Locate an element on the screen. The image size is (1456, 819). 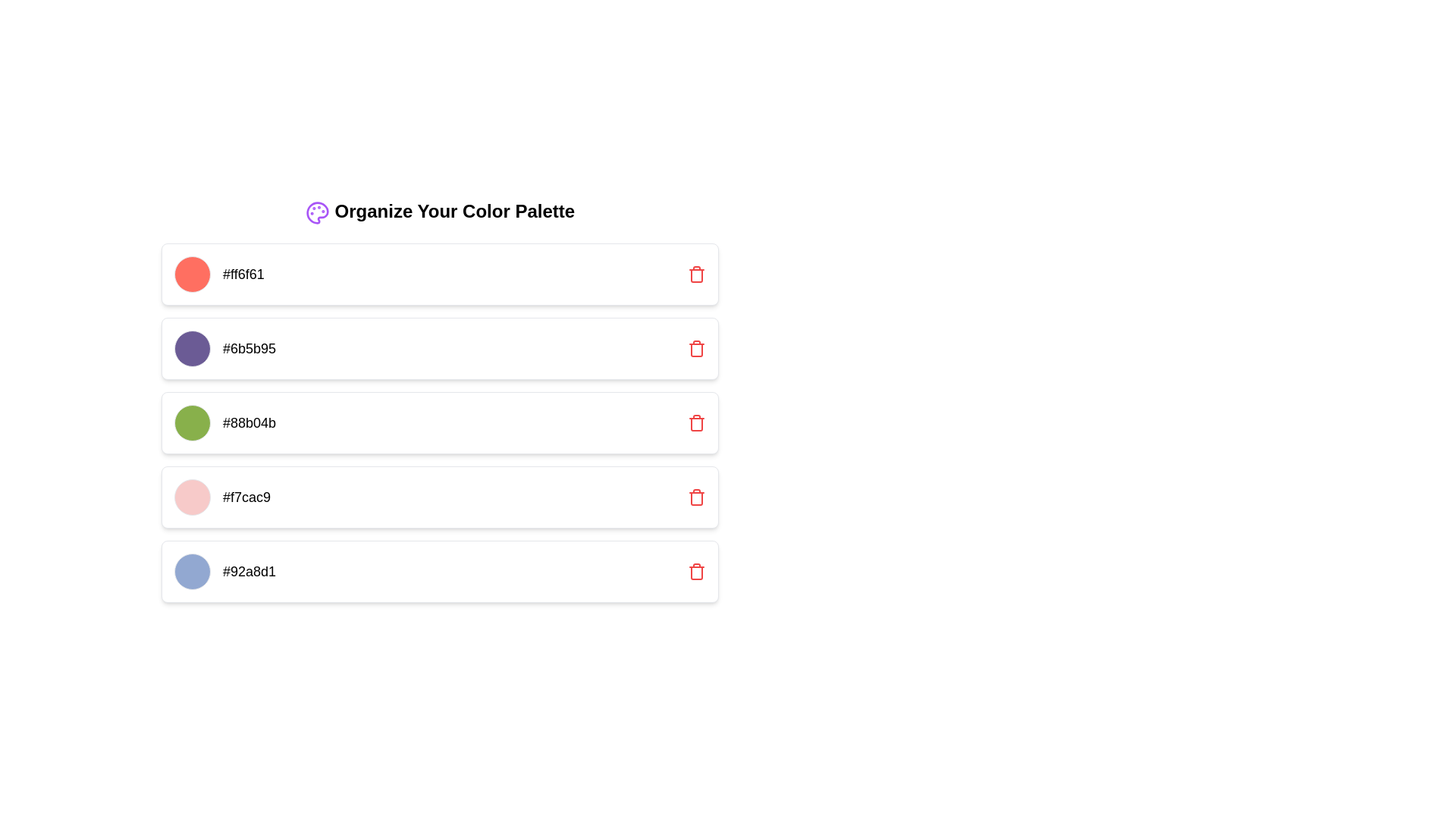
text element displaying the hexadecimal color code '#92a8d1', which is positioned in the last row of the color palette, to the right of the corresponding circular color indicator is located at coordinates (249, 571).